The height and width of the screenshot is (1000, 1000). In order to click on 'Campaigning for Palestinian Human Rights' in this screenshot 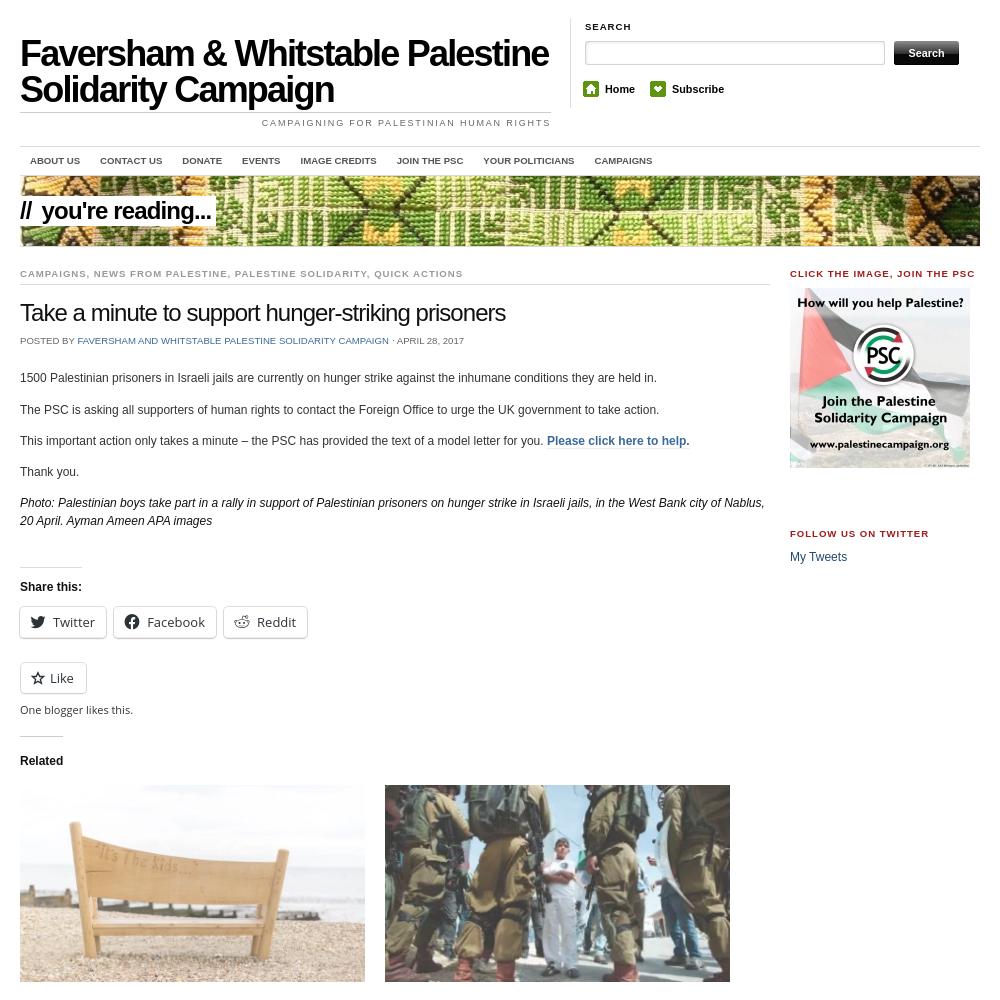, I will do `click(406, 121)`.